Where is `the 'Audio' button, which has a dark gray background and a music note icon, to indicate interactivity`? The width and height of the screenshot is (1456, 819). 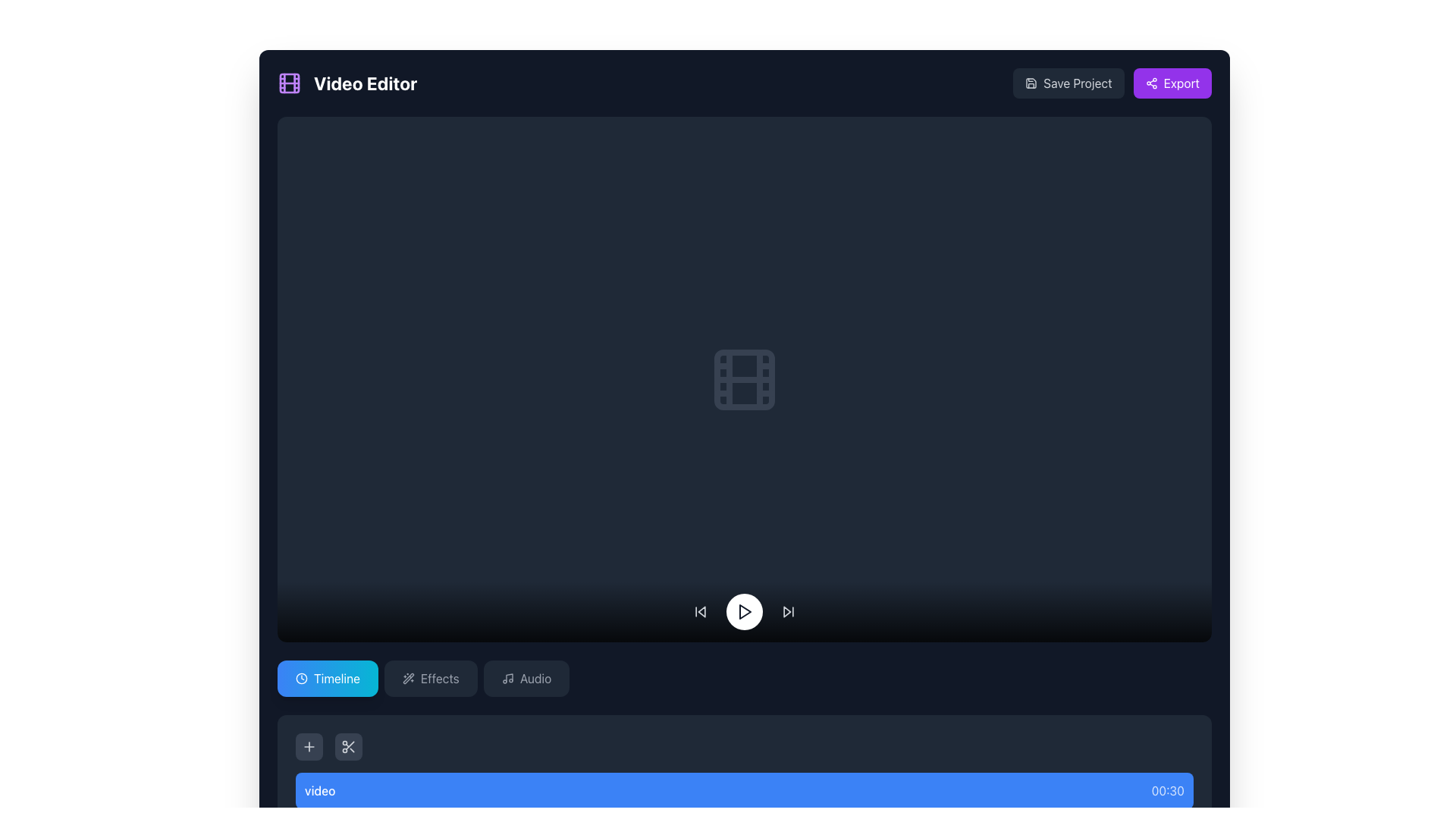
the 'Audio' button, which has a dark gray background and a music note icon, to indicate interactivity is located at coordinates (526, 677).